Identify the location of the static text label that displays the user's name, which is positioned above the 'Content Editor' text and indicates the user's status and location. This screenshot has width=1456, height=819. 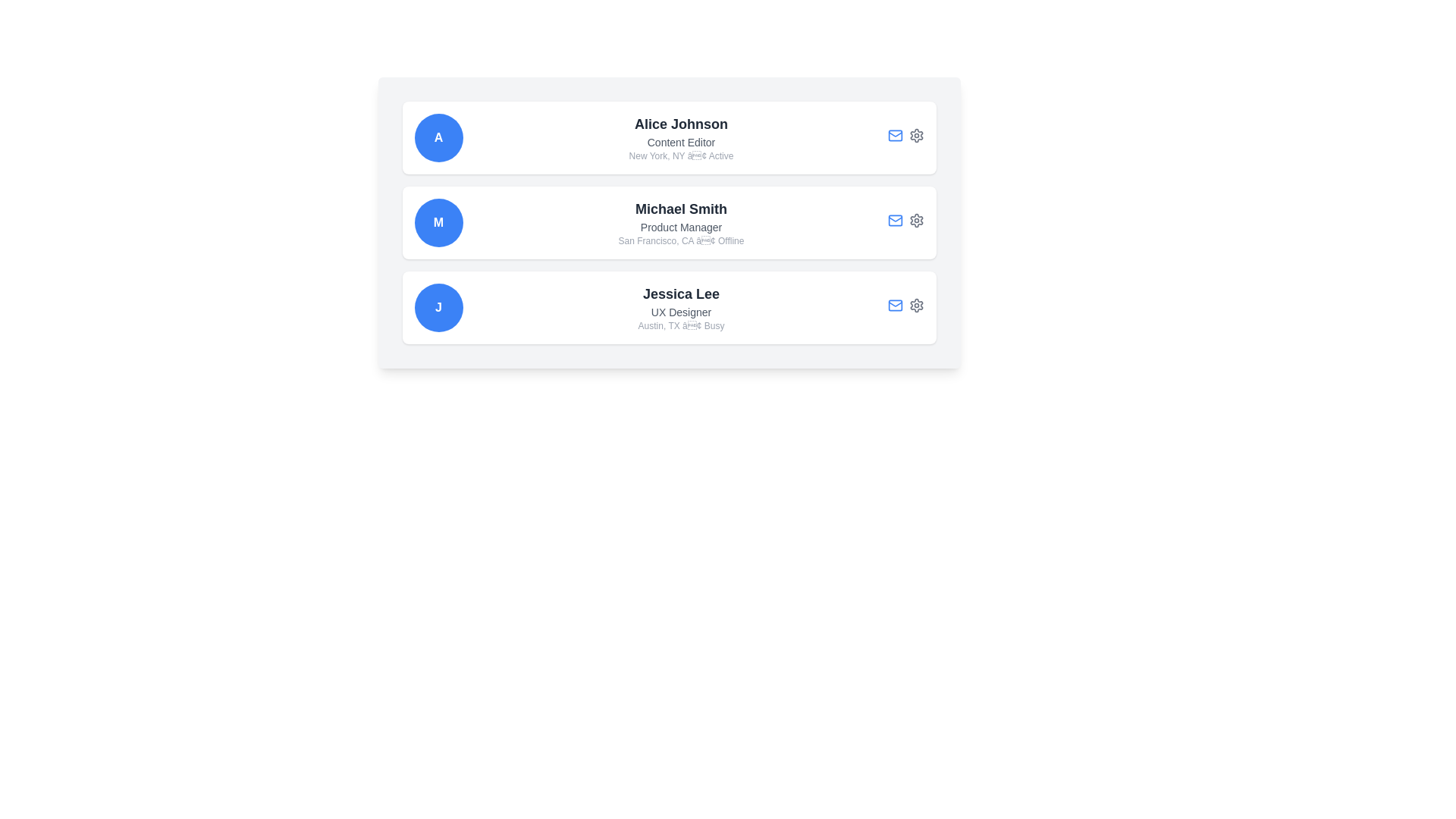
(680, 124).